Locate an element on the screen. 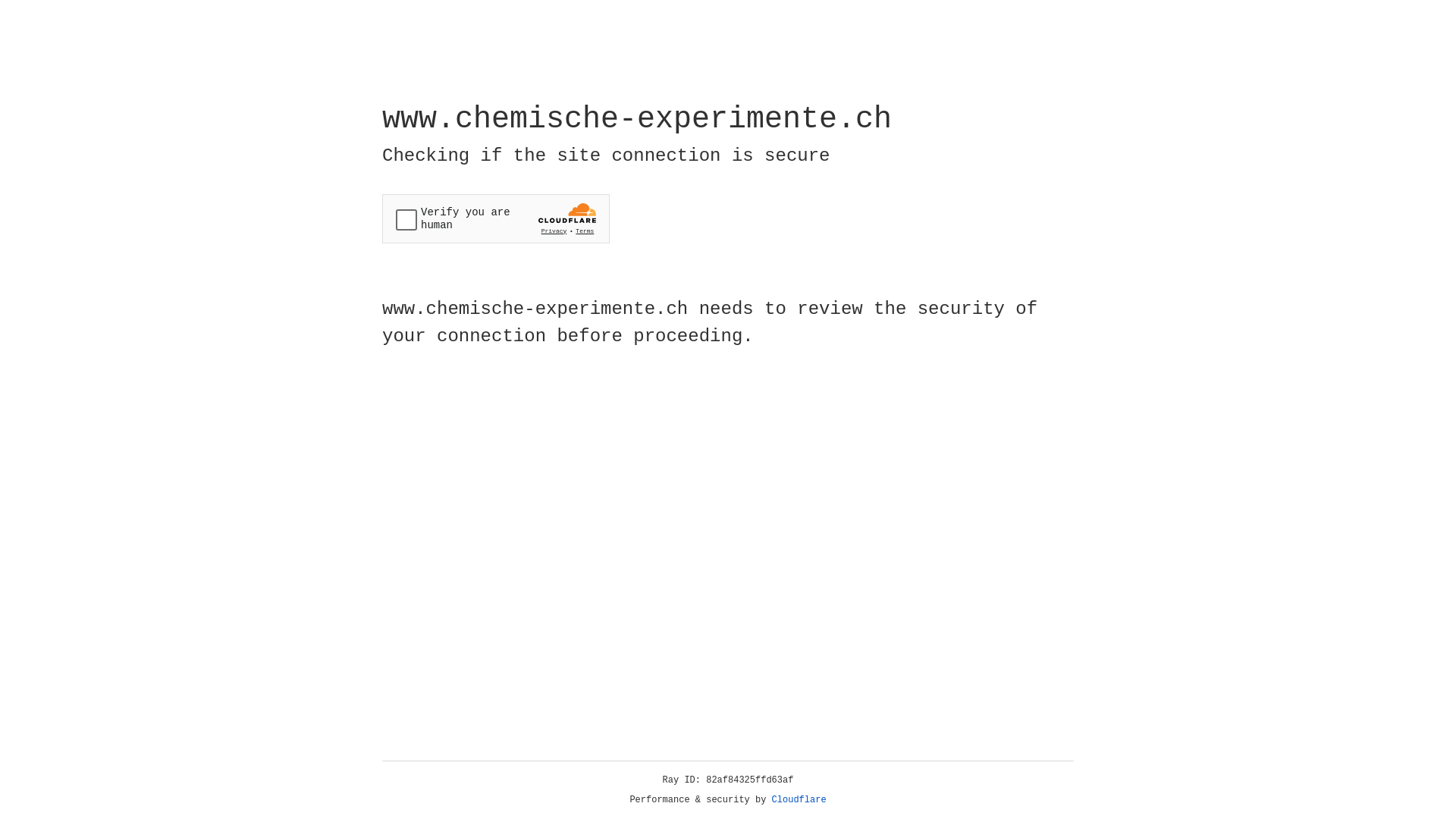 The height and width of the screenshot is (819, 1456). 'Cloudflare' is located at coordinates (799, 799).